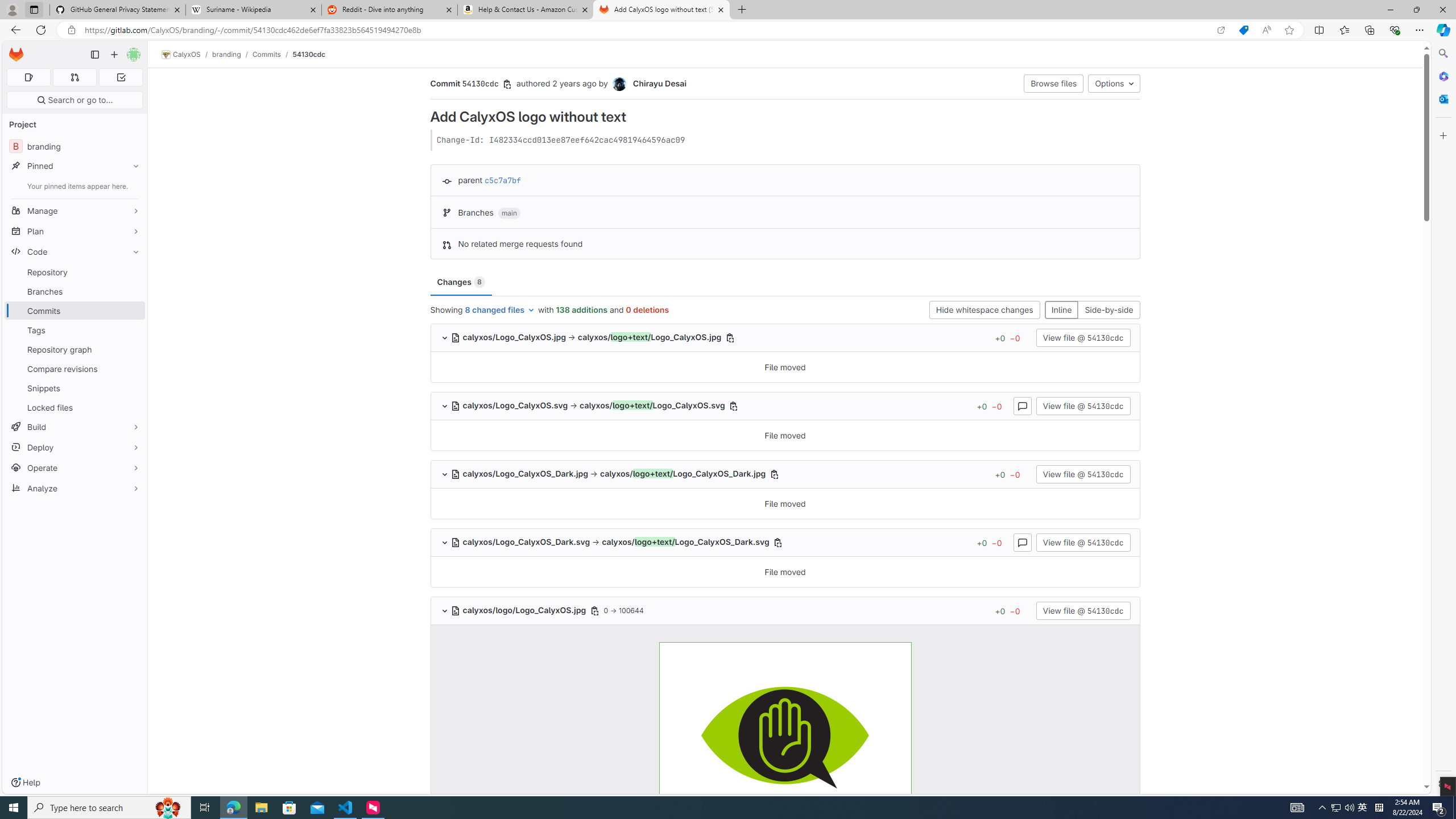 This screenshot has width=1456, height=819. Describe the element at coordinates (231, 54) in the screenshot. I see `'branding/'` at that location.